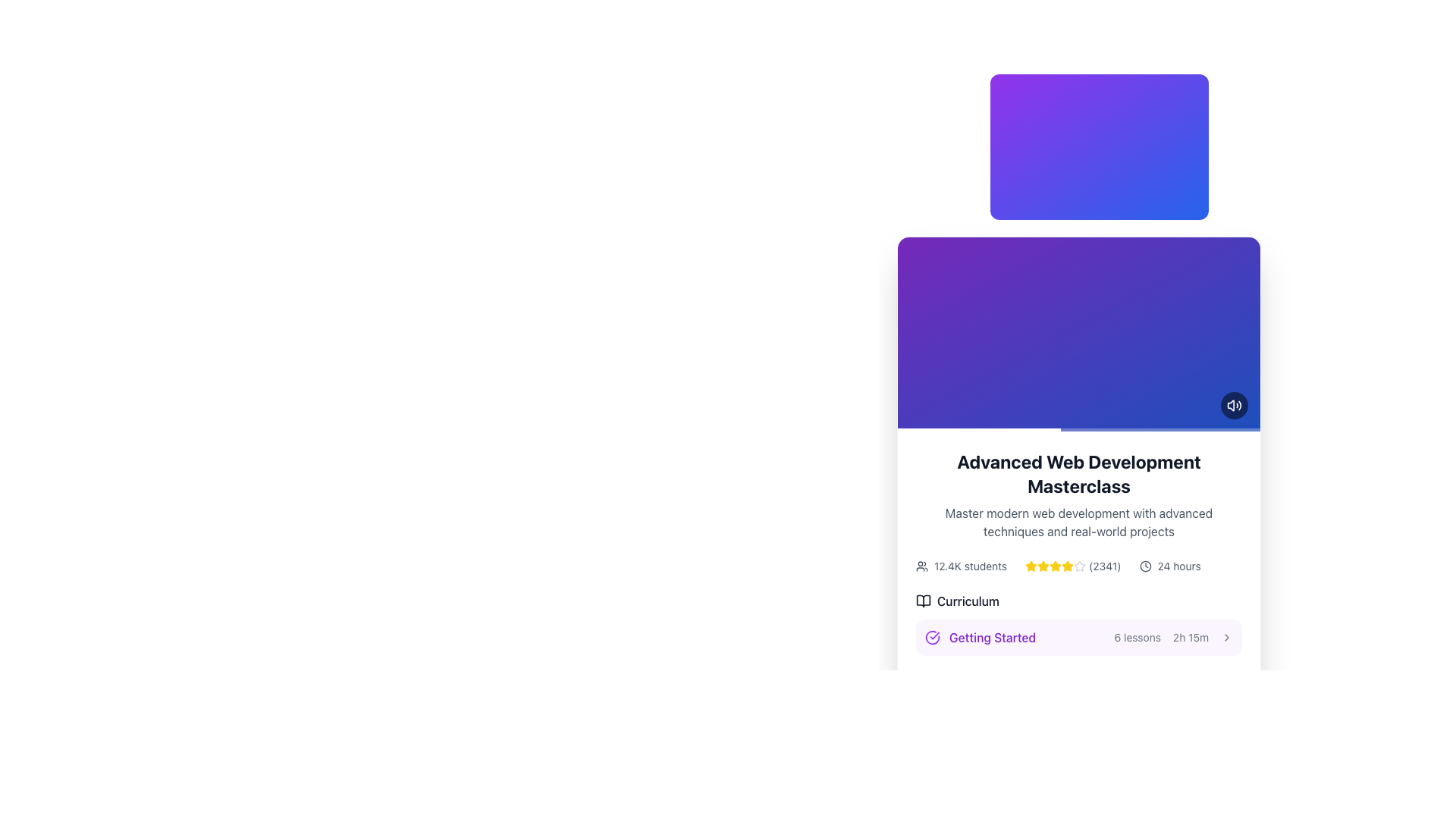 This screenshot has width=1456, height=819. What do you see at coordinates (923, 601) in the screenshot?
I see `the small book icon featuring a minimalistic, linear design in black, located next to the text 'Curriculum' at the top-left corner of the content box` at bounding box center [923, 601].